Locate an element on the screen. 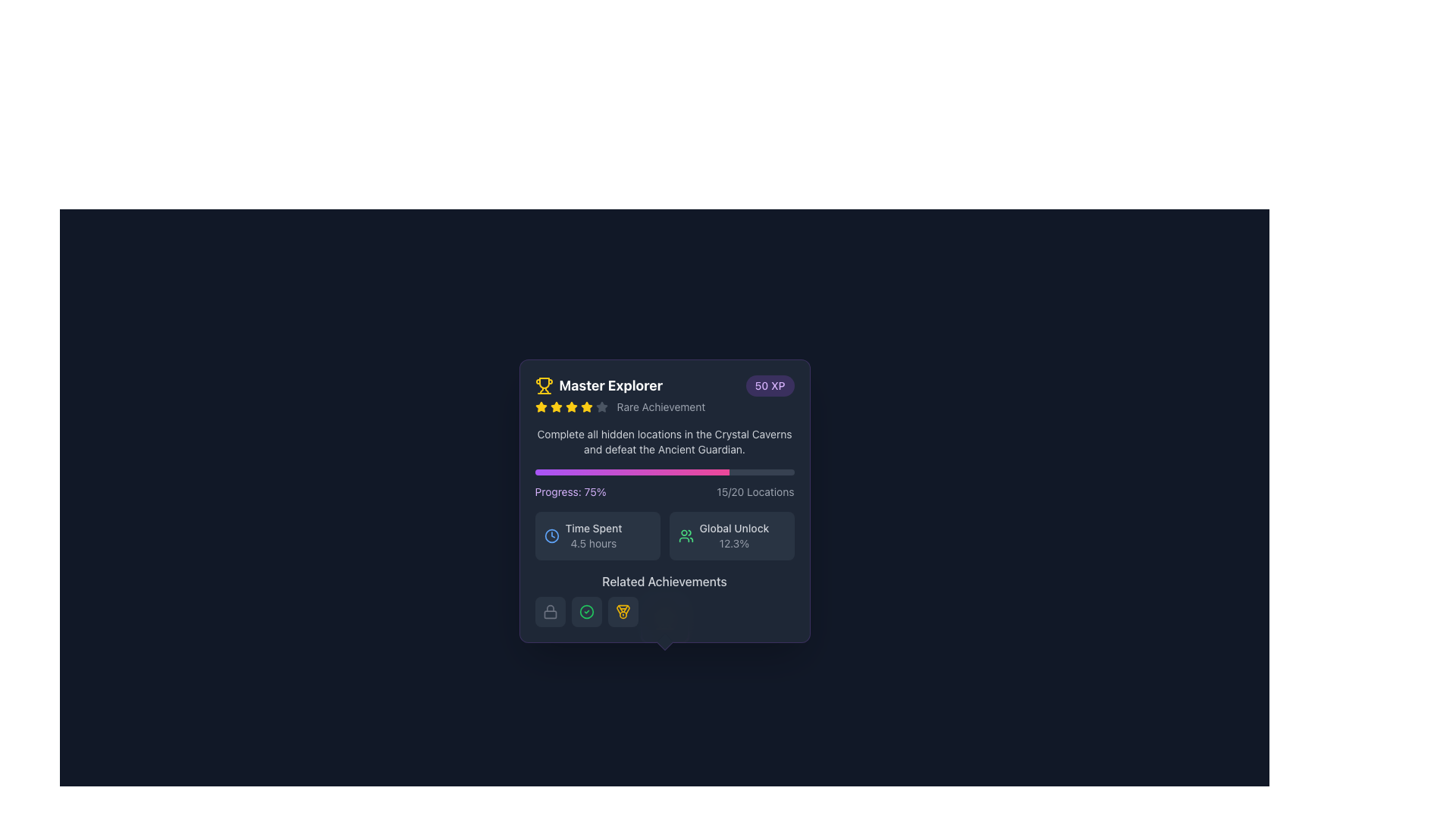 Image resolution: width=1456 pixels, height=819 pixels. the state or style of the fourth star icon under the title 'Master Explorer', which has a greyish fill color and a slight 3D effect is located at coordinates (601, 406).